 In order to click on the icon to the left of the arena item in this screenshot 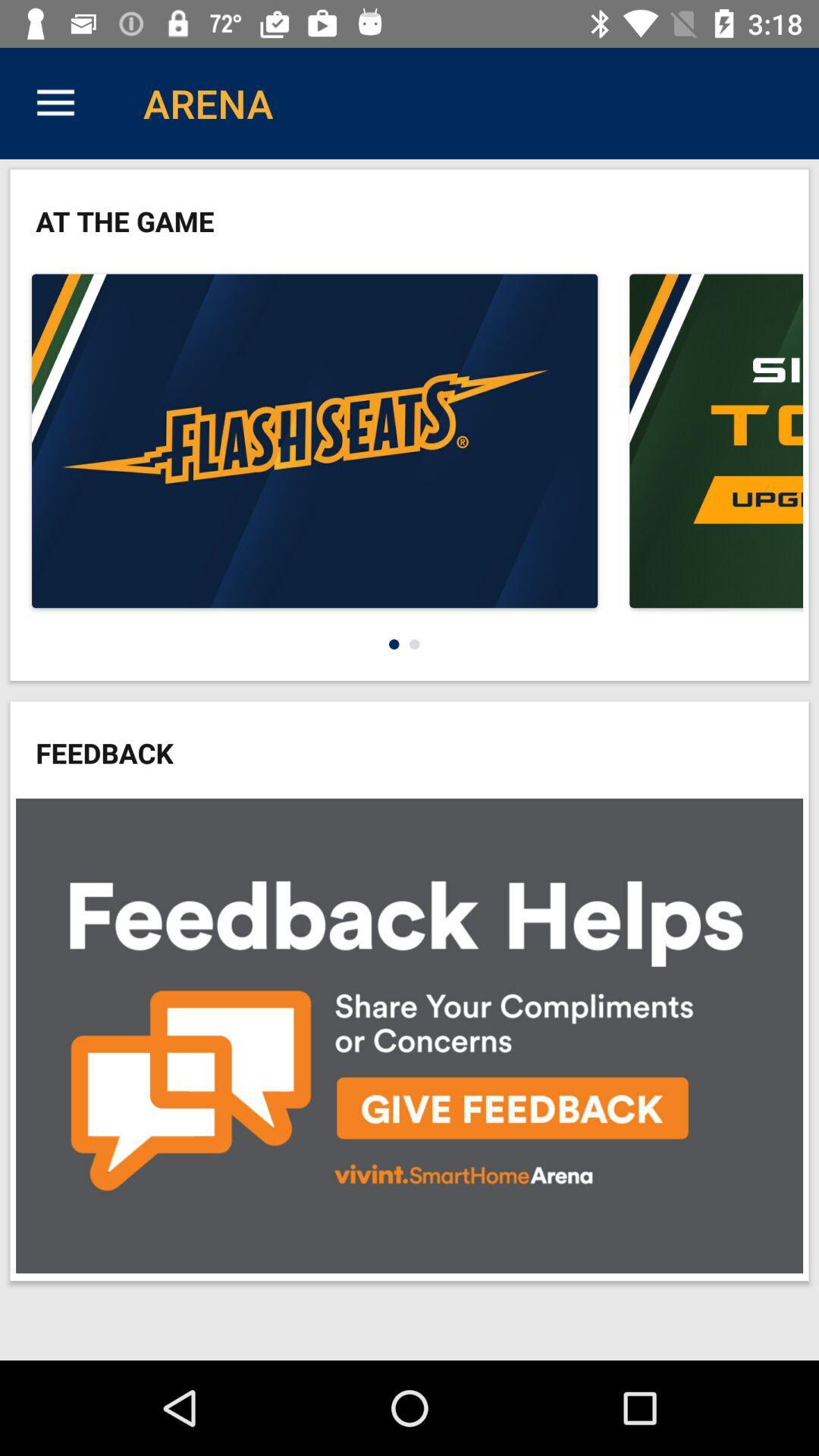, I will do `click(55, 102)`.